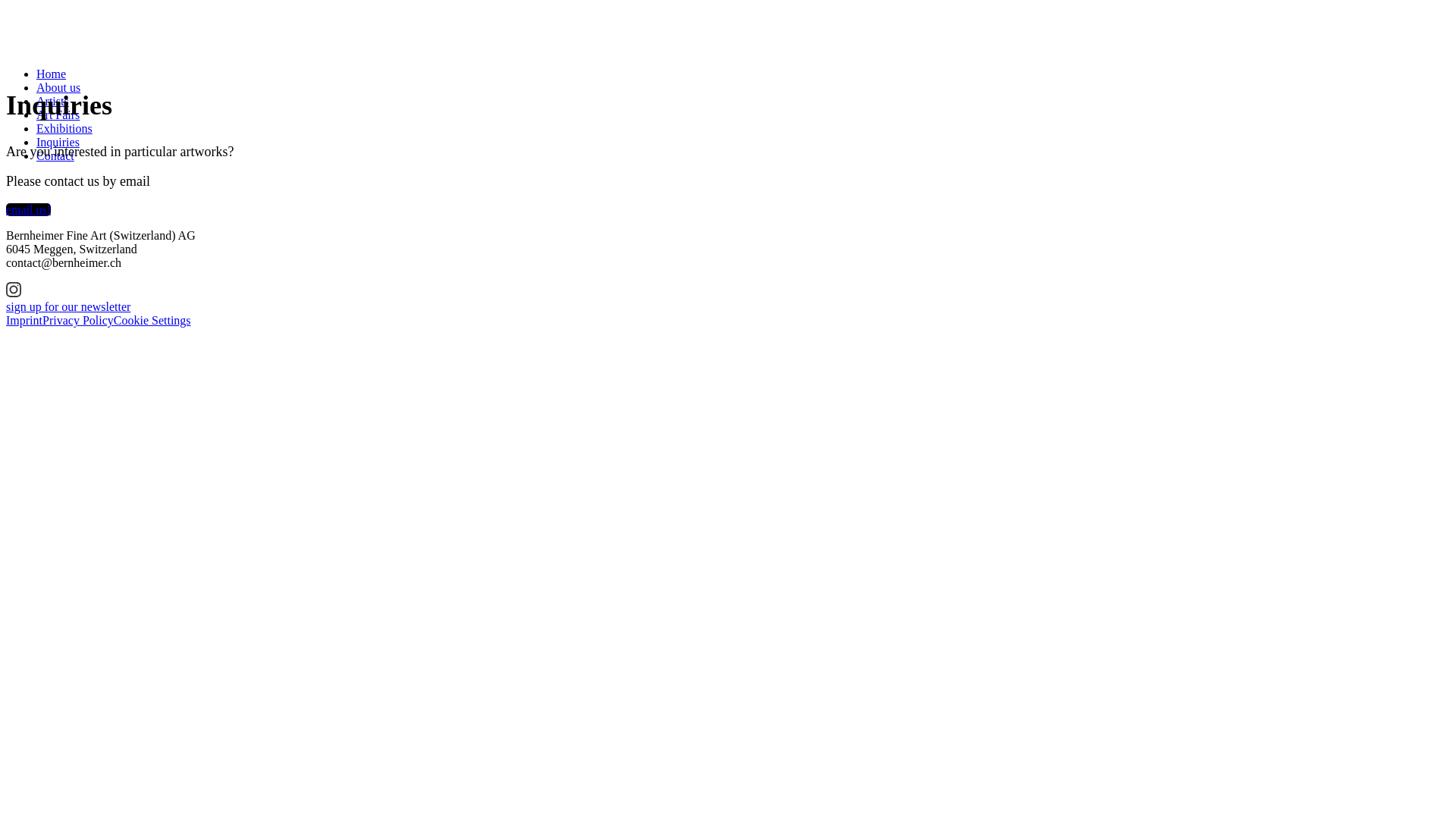 The height and width of the screenshot is (819, 1456). What do you see at coordinates (51, 74) in the screenshot?
I see `'Home'` at bounding box center [51, 74].